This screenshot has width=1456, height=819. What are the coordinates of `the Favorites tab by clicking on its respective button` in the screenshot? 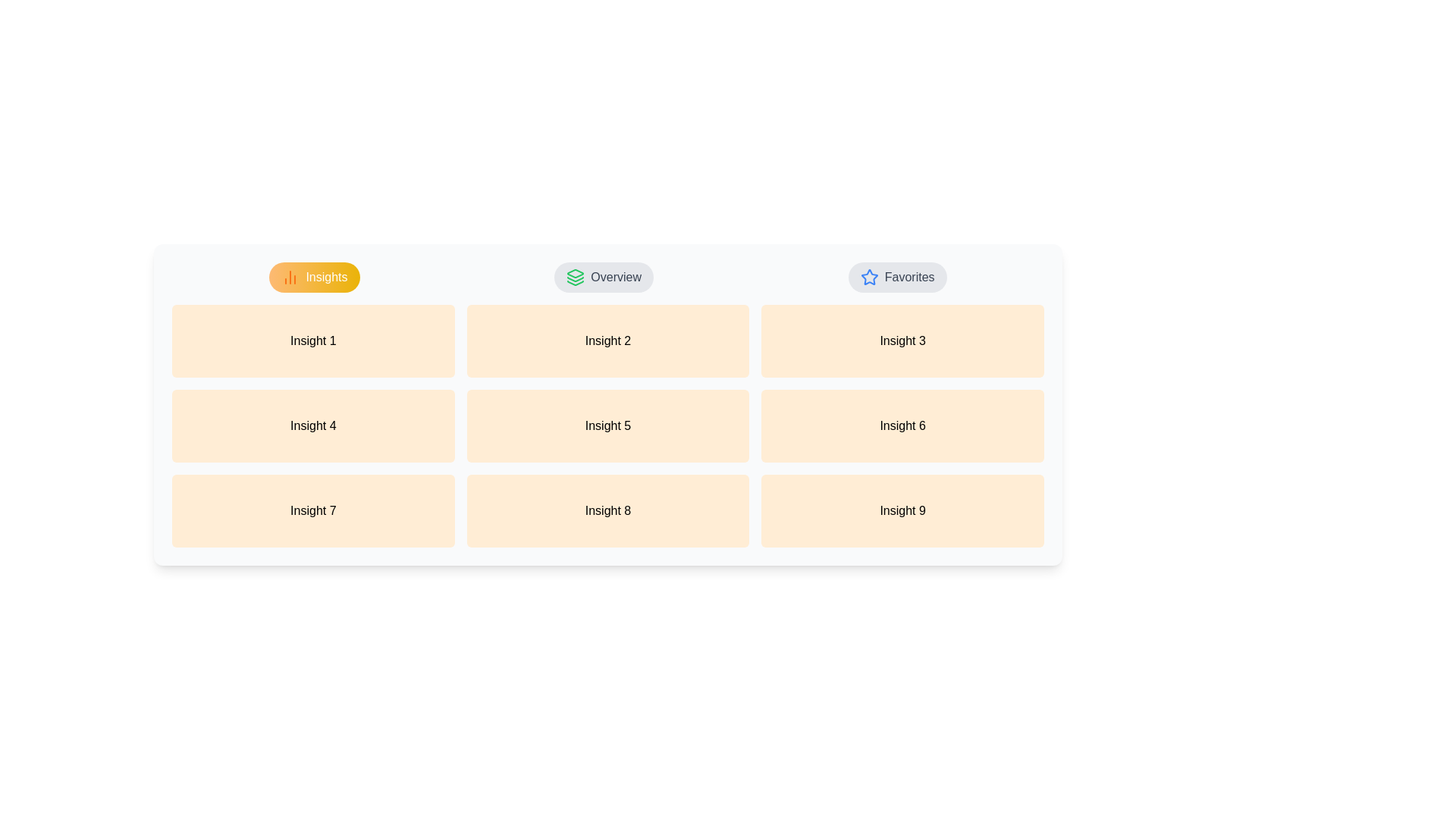 It's located at (897, 278).